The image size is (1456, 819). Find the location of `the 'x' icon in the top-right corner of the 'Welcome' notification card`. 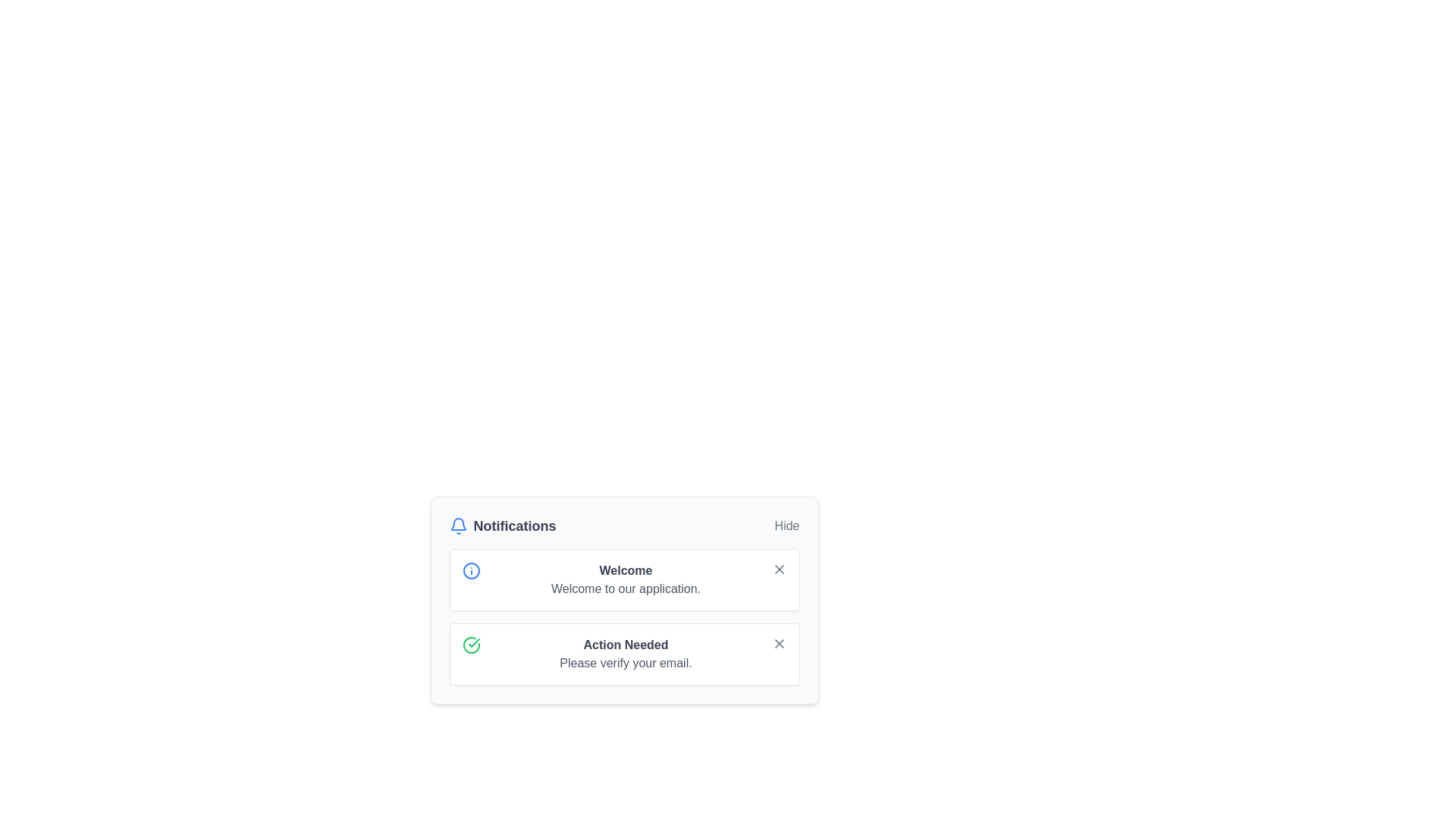

the 'x' icon in the top-right corner of the 'Welcome' notification card is located at coordinates (779, 570).